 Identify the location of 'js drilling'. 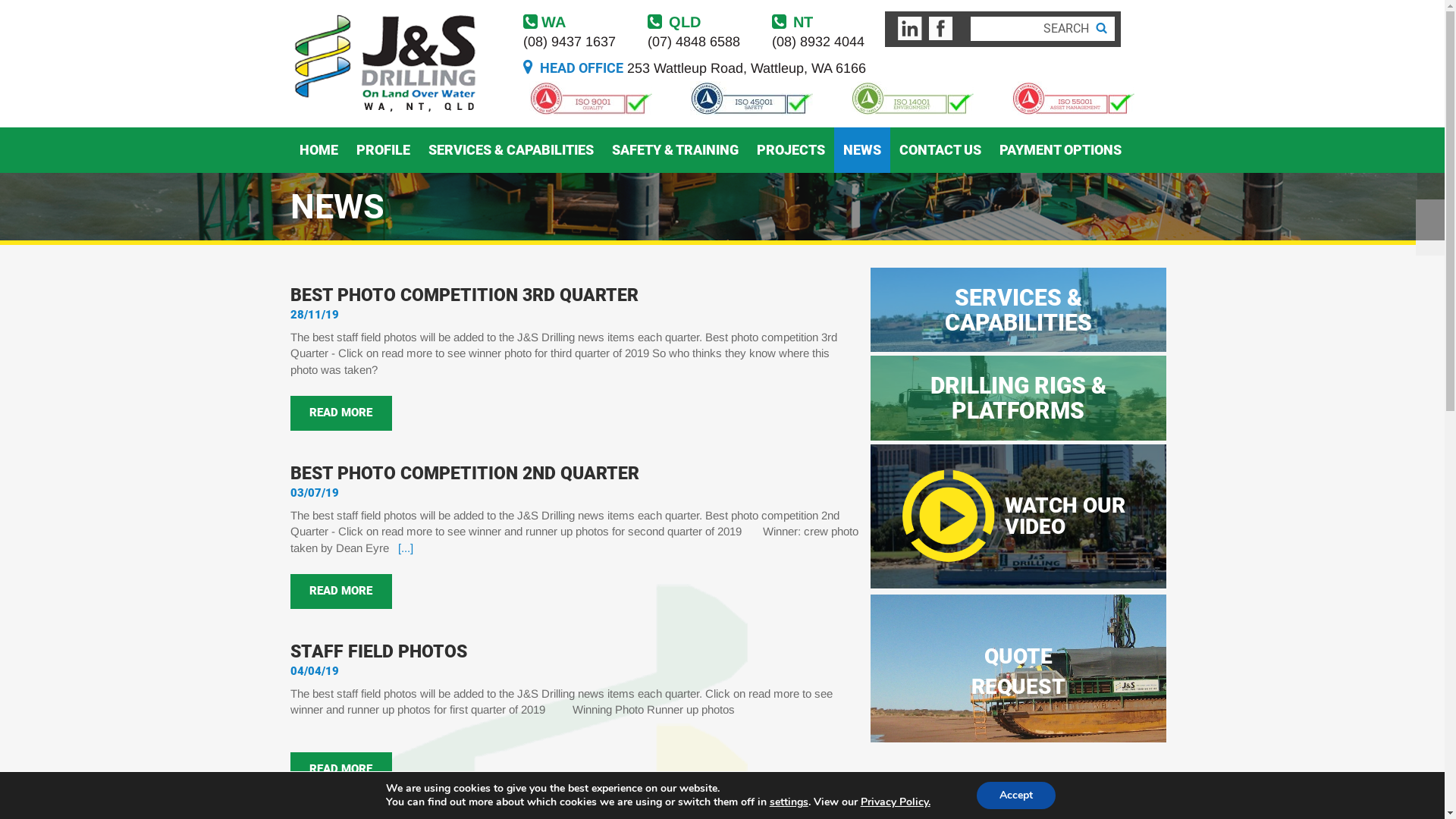
(388, 62).